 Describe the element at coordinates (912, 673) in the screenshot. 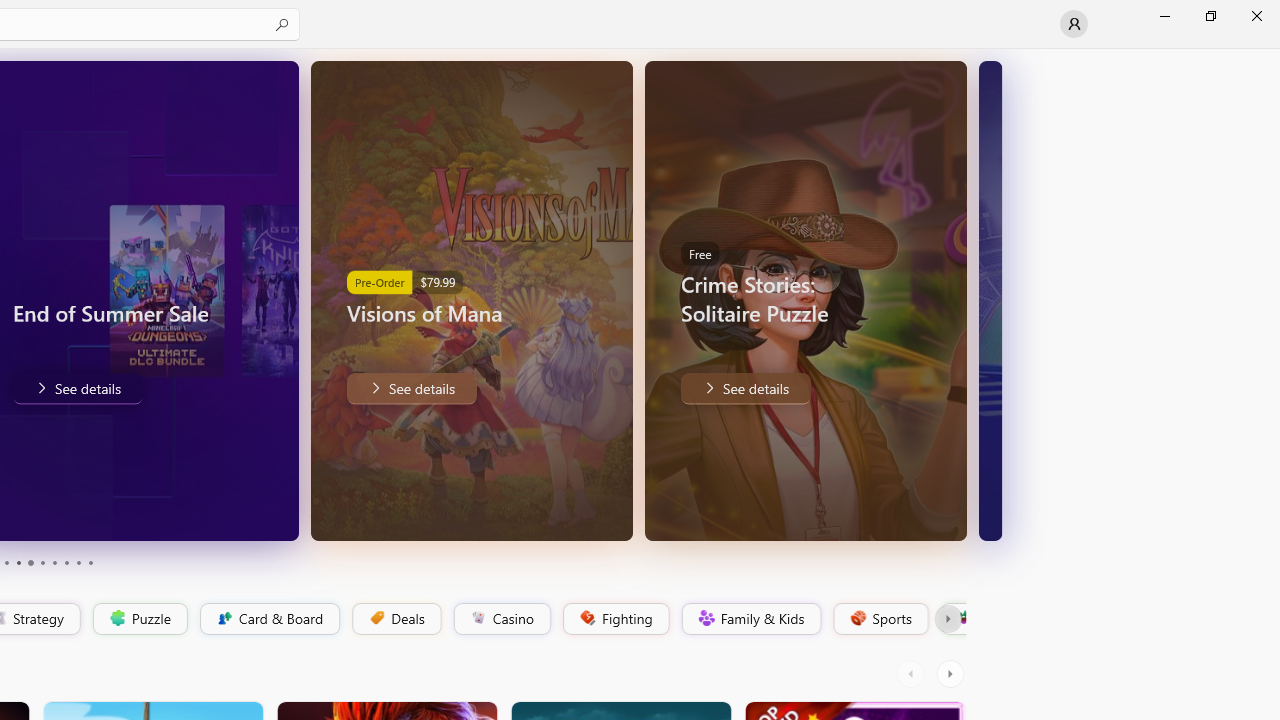

I see `'AutomationID: LeftScrollButton'` at that location.